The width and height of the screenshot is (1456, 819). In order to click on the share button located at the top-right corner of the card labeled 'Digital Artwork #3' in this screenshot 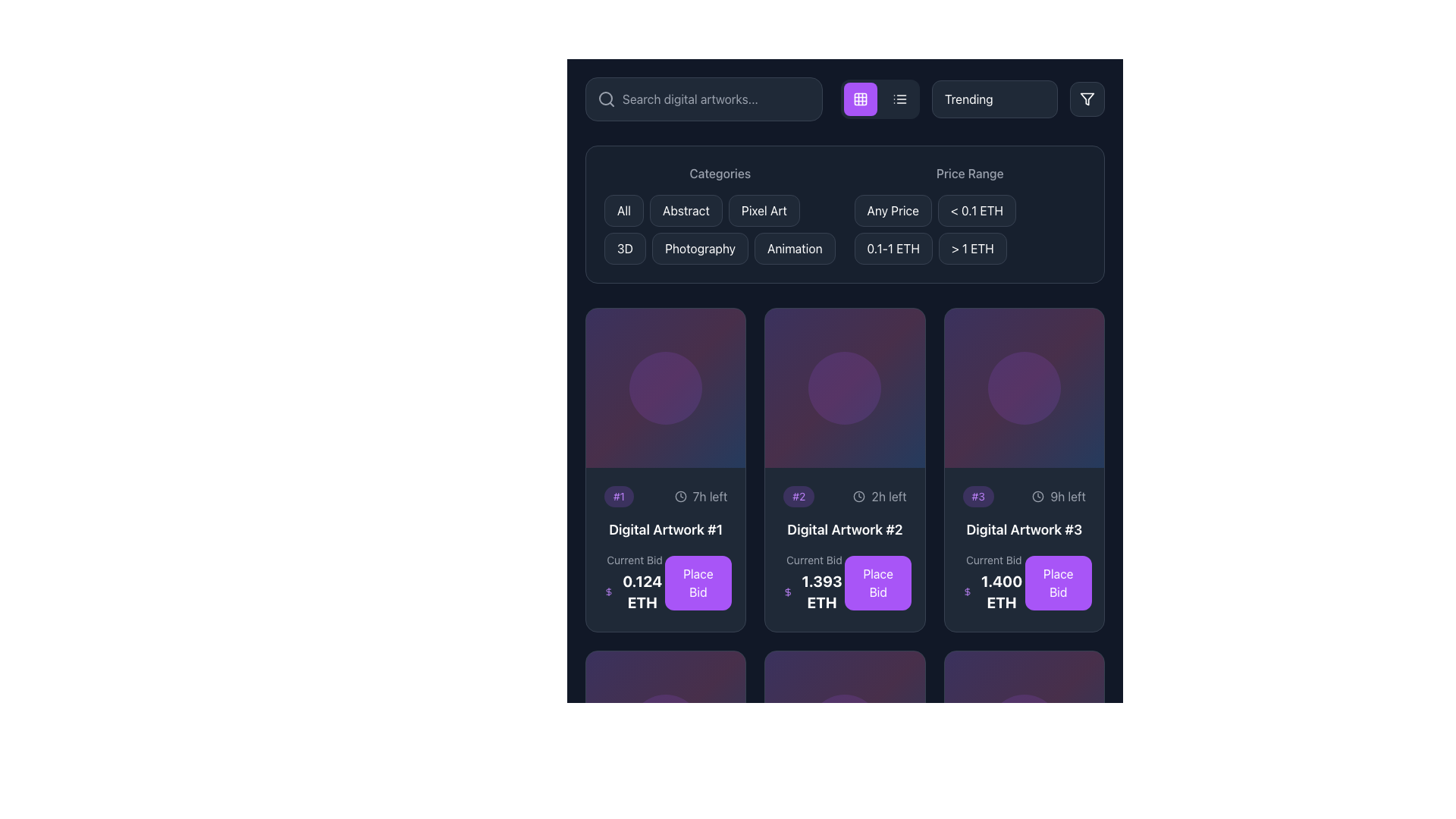, I will do `click(1078, 397)`.